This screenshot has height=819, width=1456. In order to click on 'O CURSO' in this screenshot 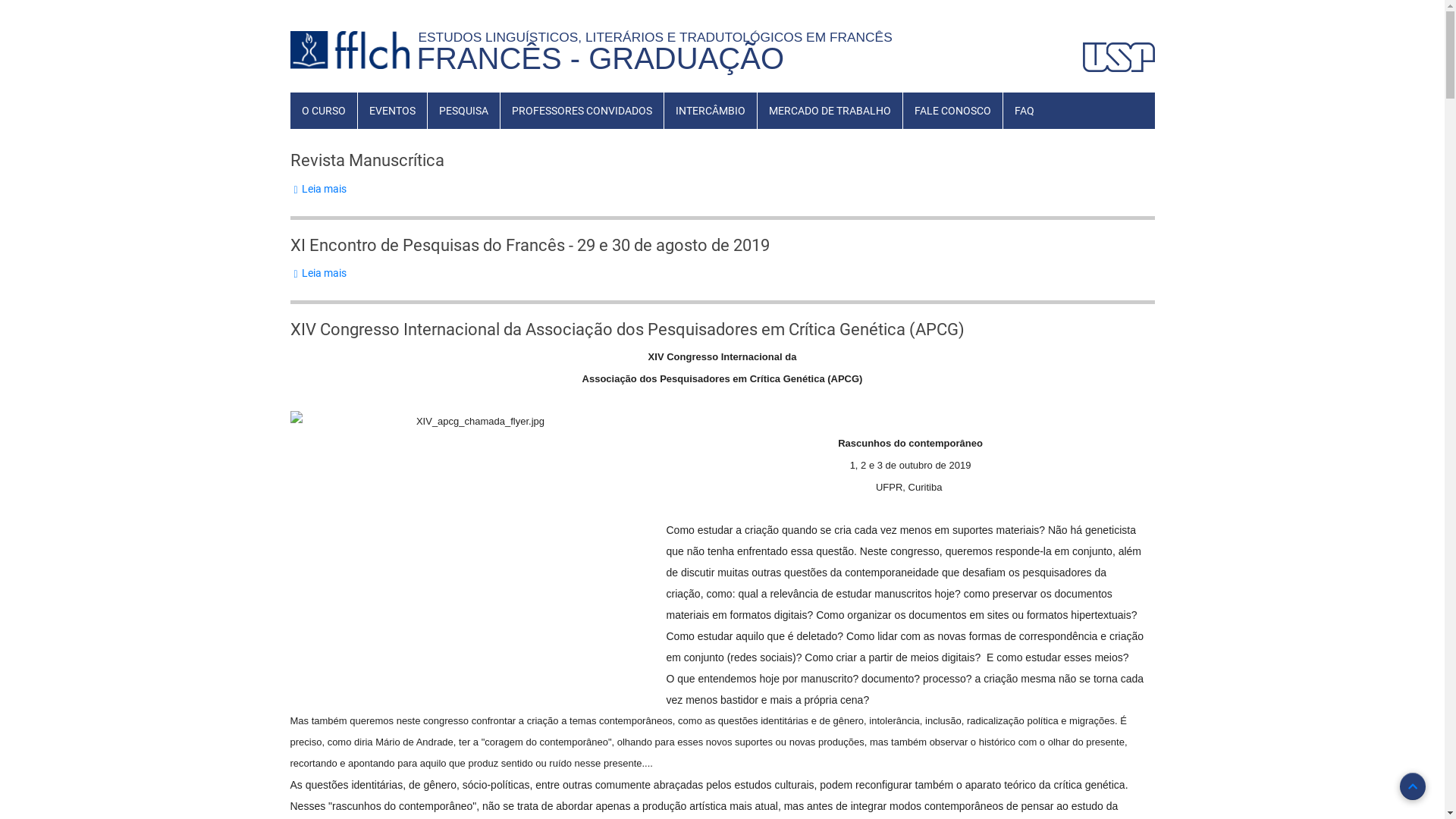, I will do `click(290, 110)`.